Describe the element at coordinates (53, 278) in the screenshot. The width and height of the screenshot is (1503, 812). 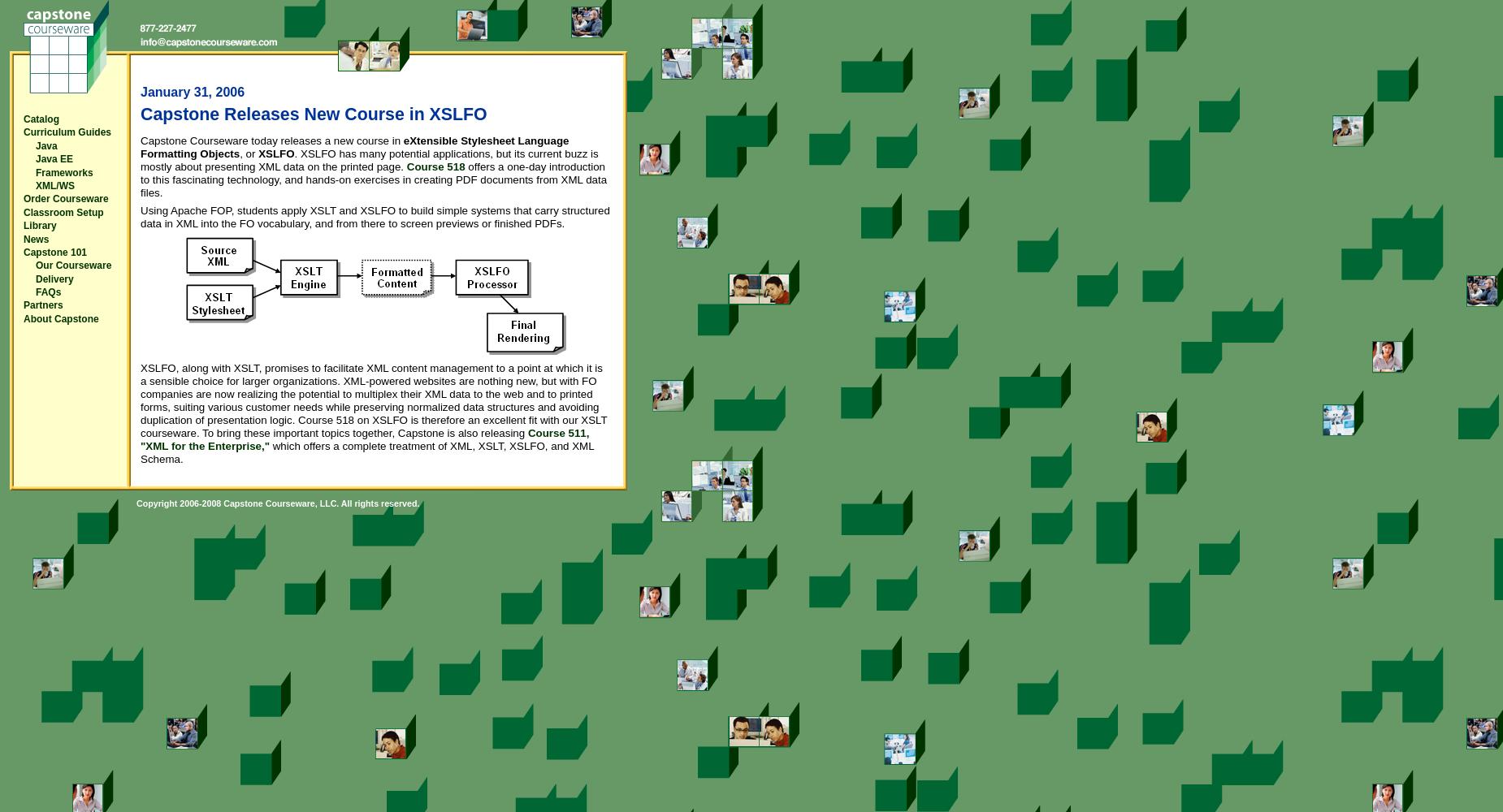
I see `'Delivery'` at that location.